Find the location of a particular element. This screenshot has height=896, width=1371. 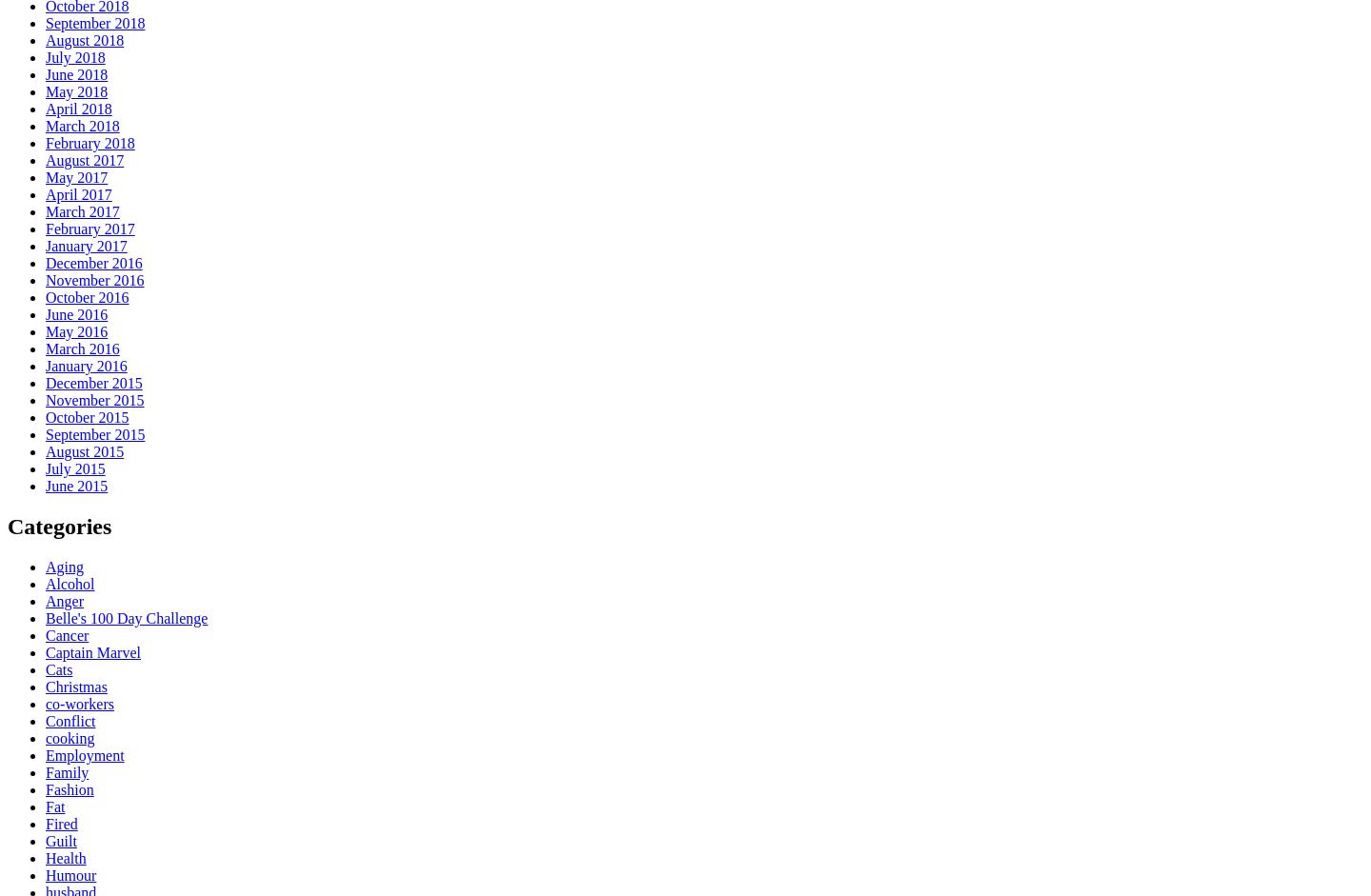

'Employment' is located at coordinates (84, 754).